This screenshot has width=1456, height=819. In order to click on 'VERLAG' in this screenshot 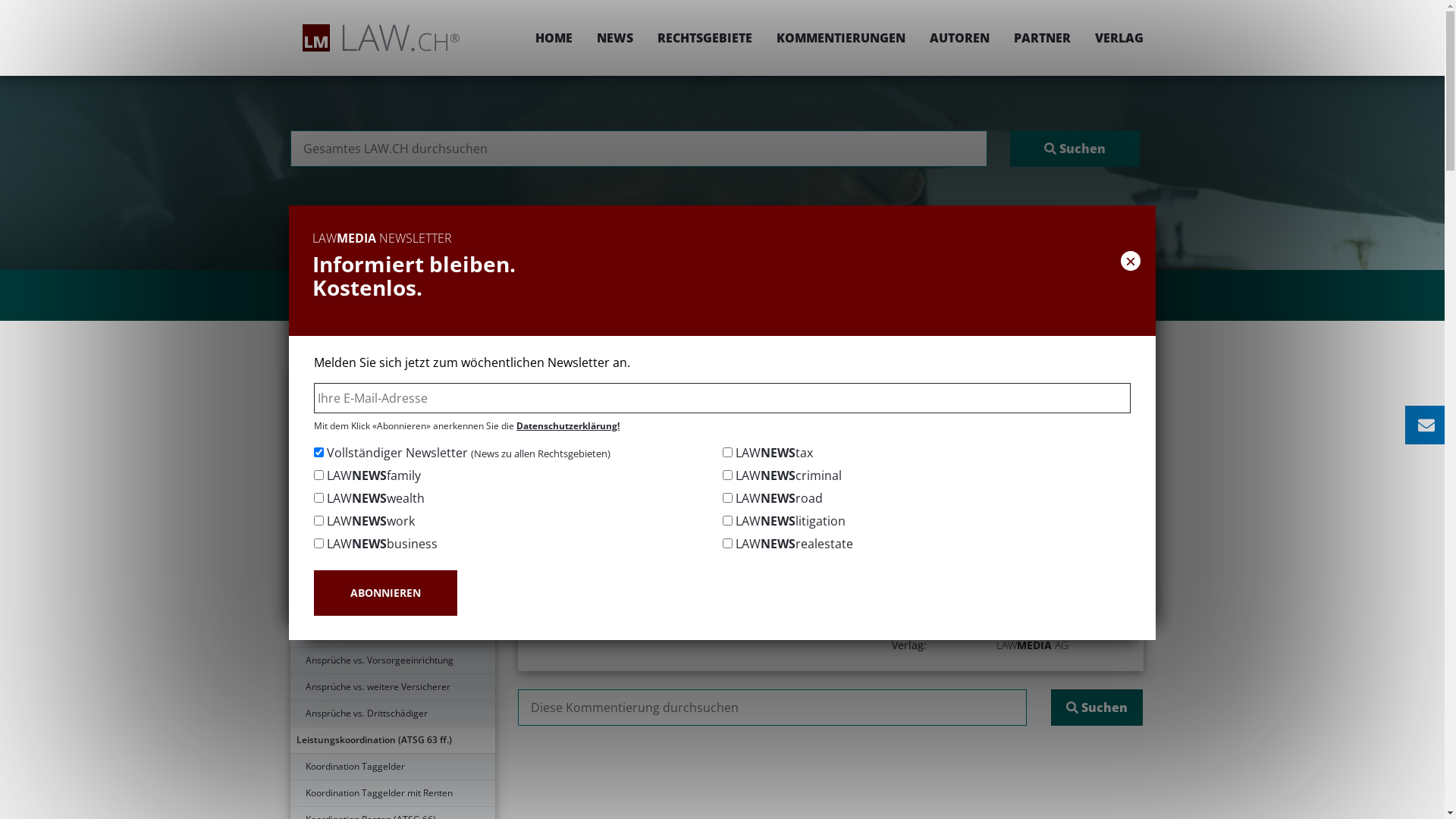, I will do `click(1113, 37)`.